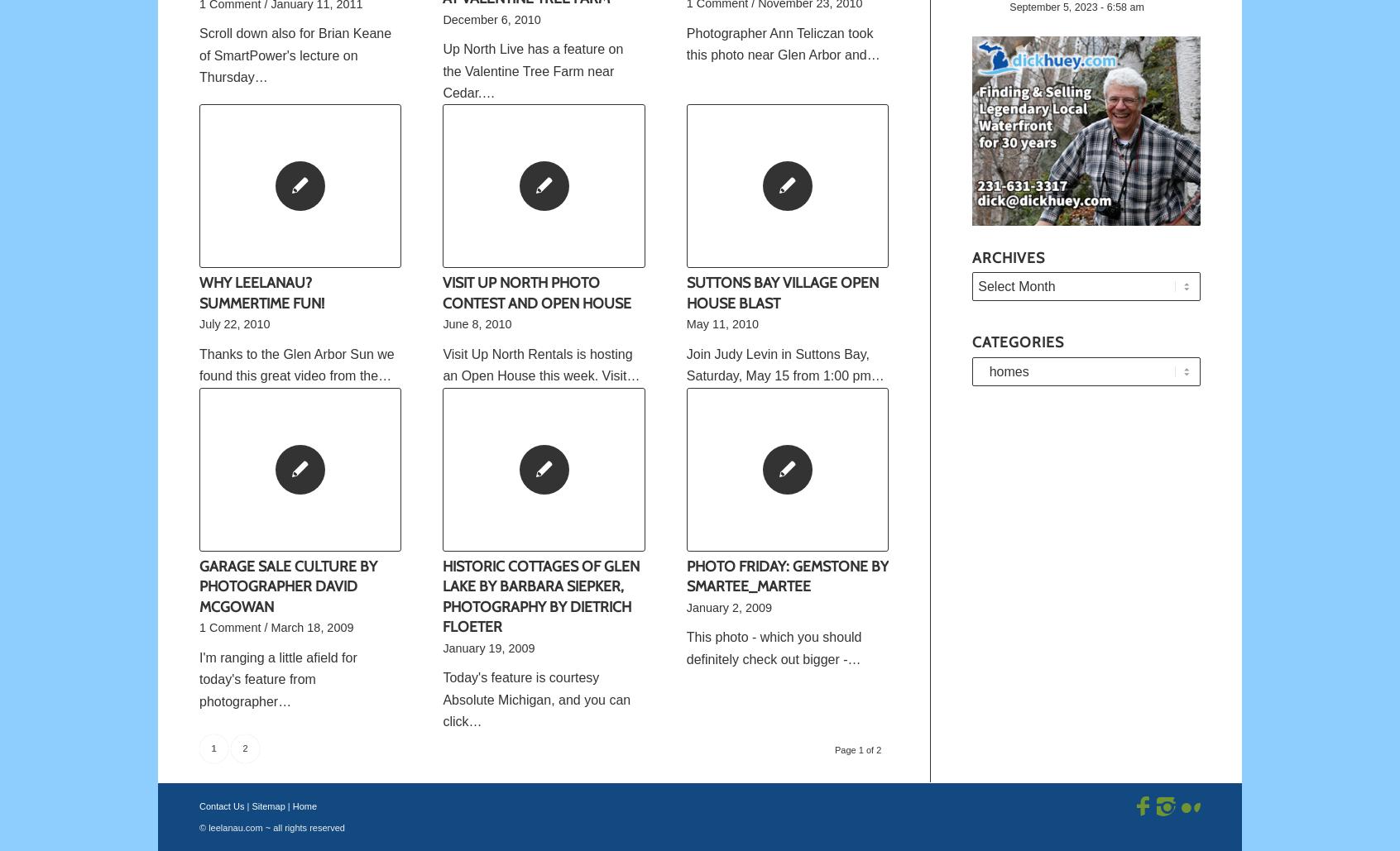 The height and width of the screenshot is (851, 1400). What do you see at coordinates (491, 19) in the screenshot?
I see `'December 6, 2010'` at bounding box center [491, 19].